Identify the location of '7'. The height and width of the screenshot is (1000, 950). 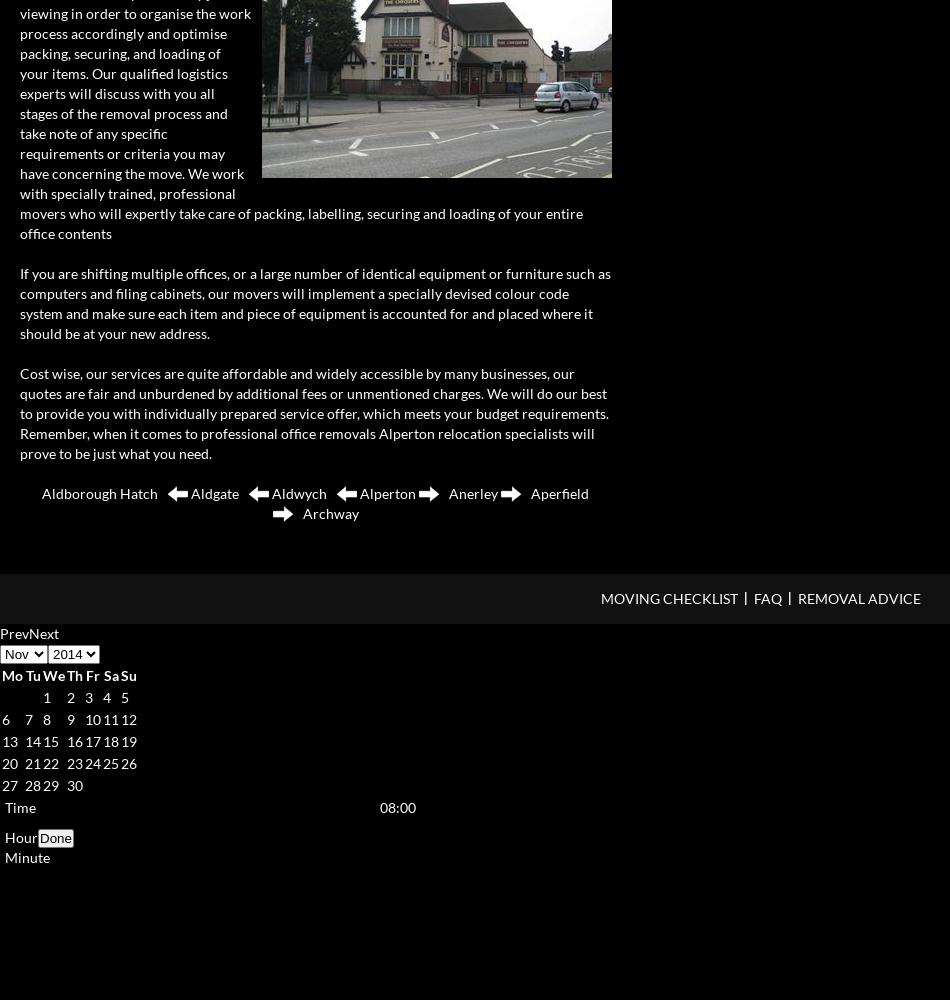
(28, 717).